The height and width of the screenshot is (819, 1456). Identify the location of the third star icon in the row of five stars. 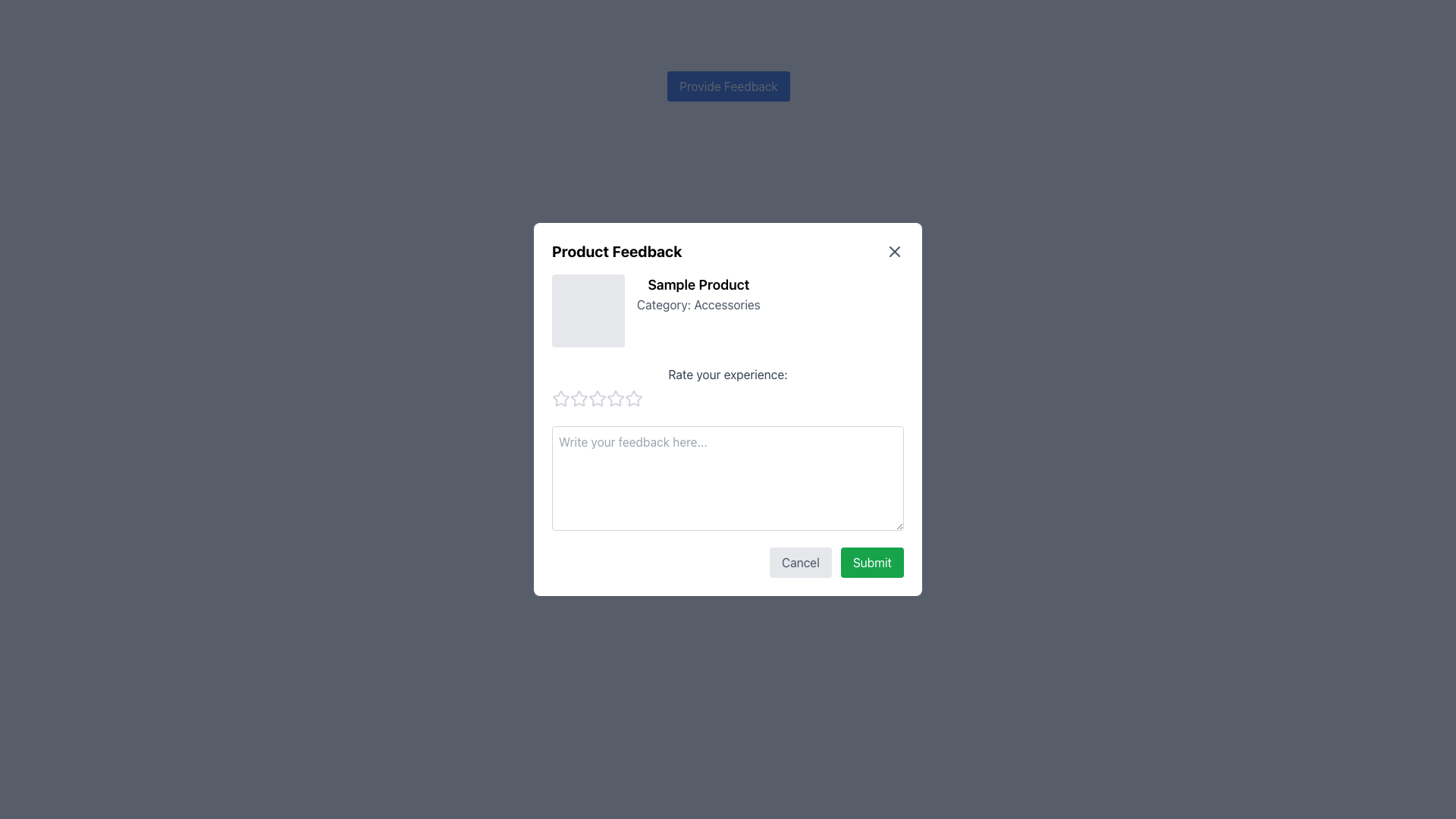
(578, 397).